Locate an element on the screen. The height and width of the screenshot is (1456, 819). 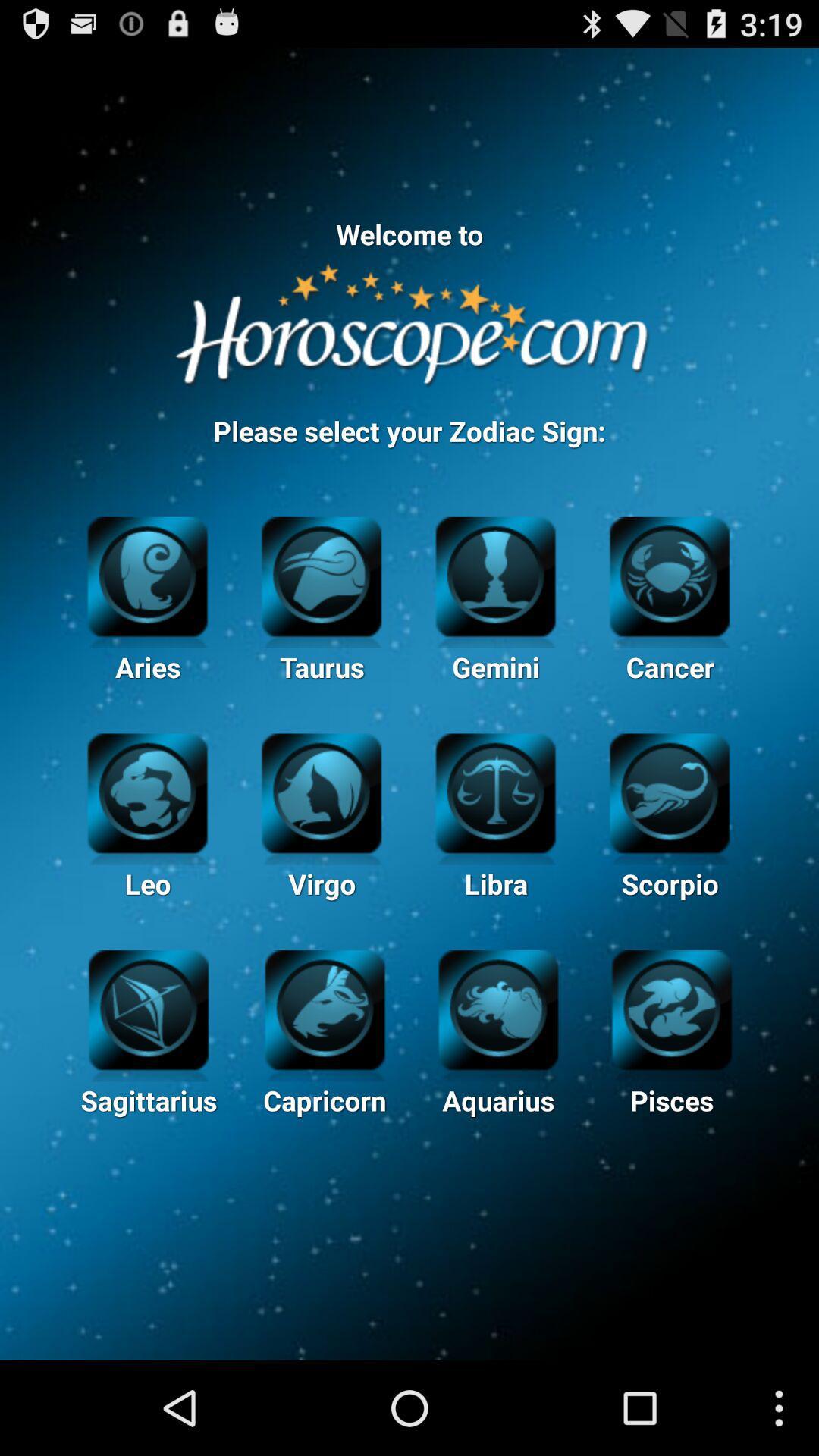
libra is located at coordinates (495, 790).